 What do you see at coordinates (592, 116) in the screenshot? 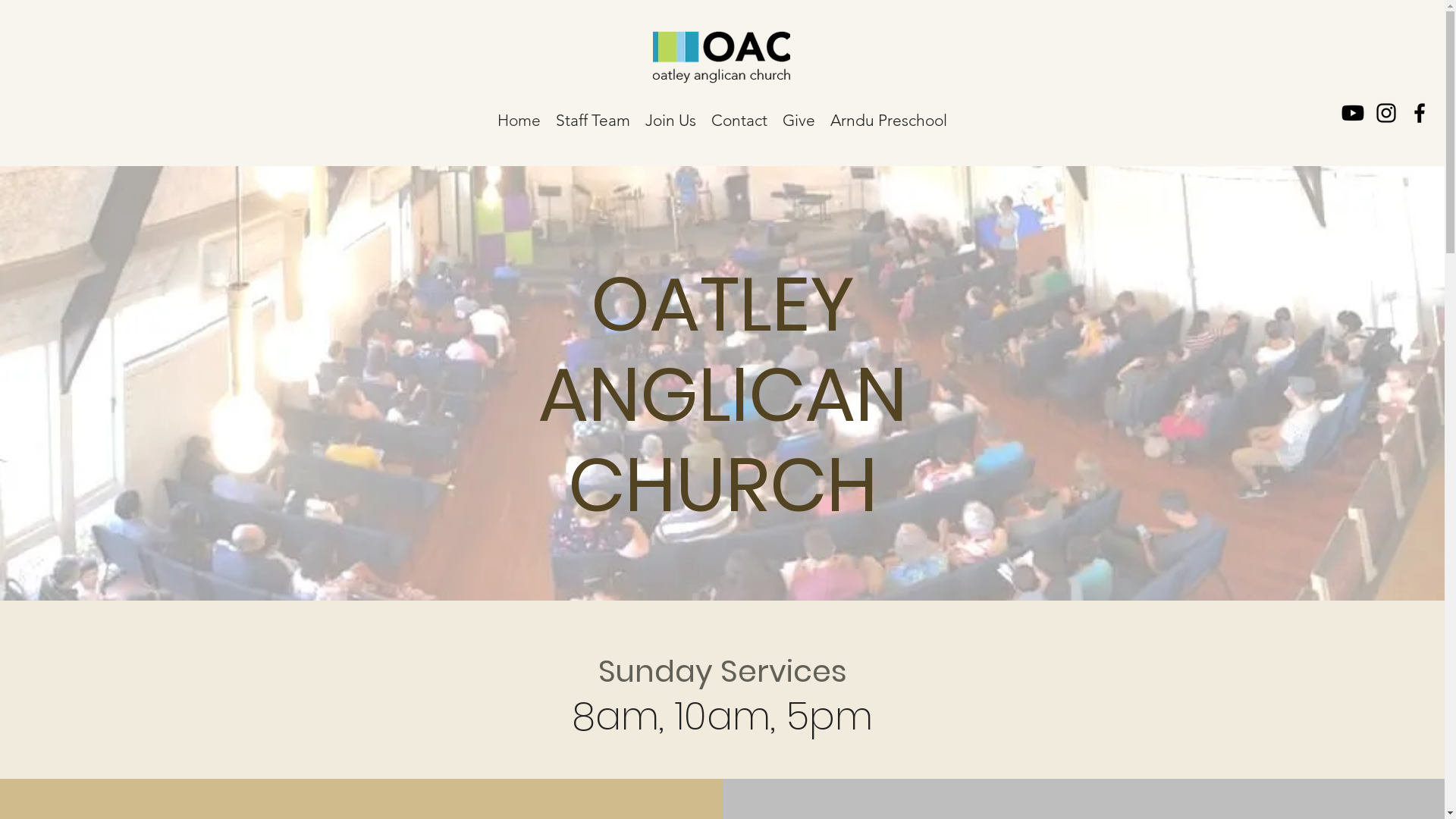
I see `'Staff Team'` at bounding box center [592, 116].